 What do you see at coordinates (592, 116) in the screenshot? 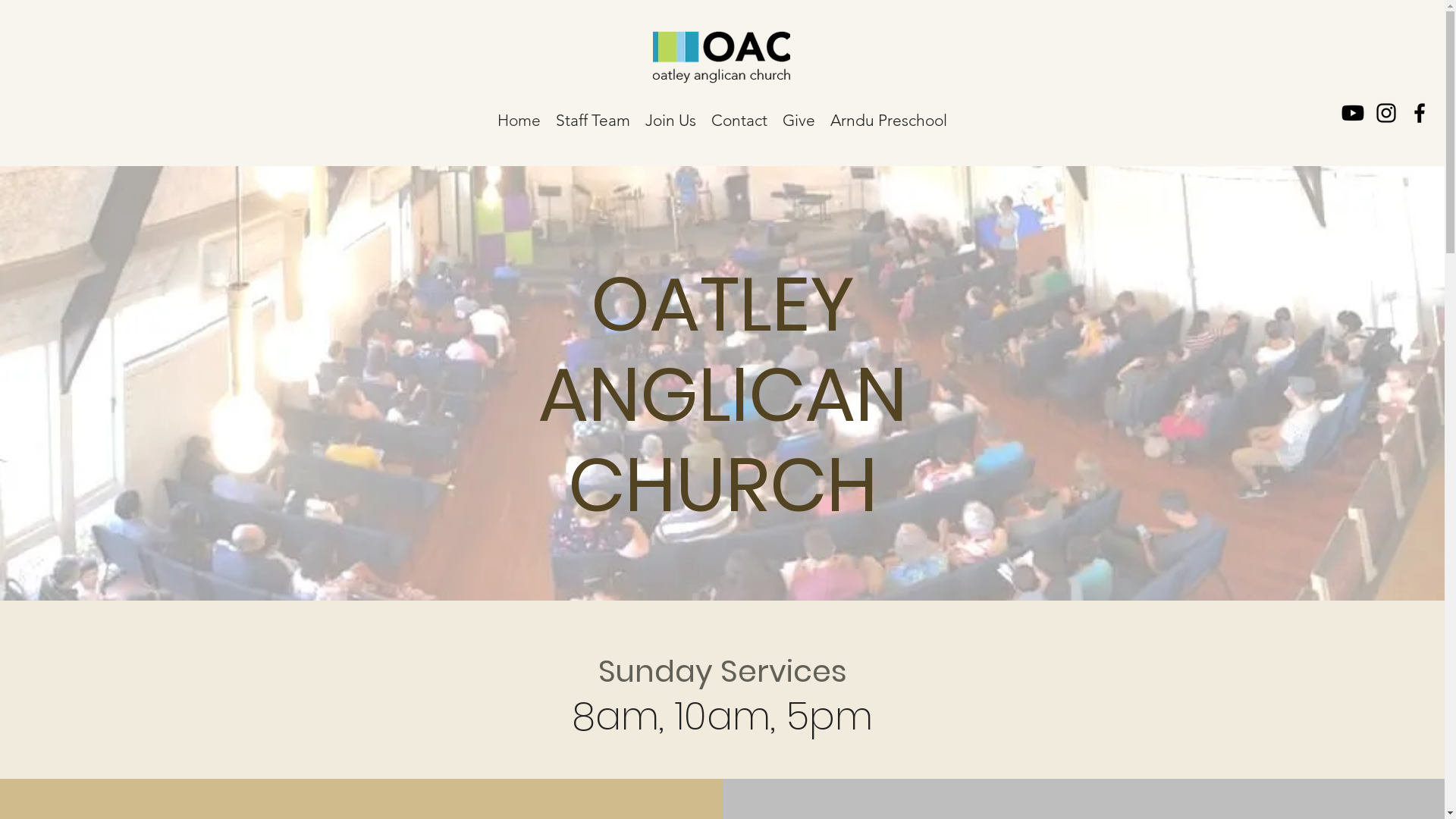
I see `'Staff Team'` at bounding box center [592, 116].